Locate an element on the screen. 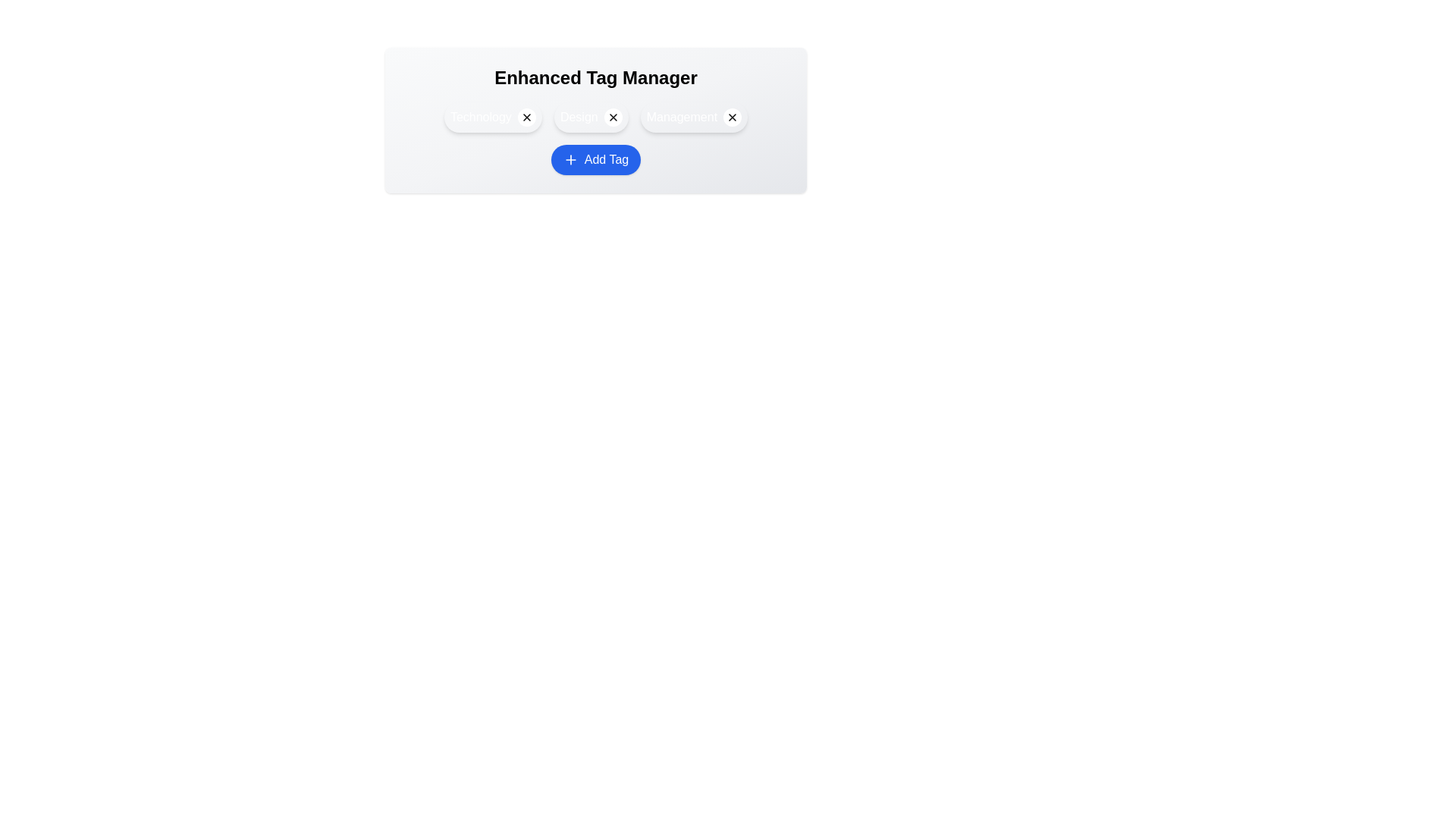 This screenshot has height=819, width=1456. close button of the tag labeled 'Design' to remove it is located at coordinates (613, 116).